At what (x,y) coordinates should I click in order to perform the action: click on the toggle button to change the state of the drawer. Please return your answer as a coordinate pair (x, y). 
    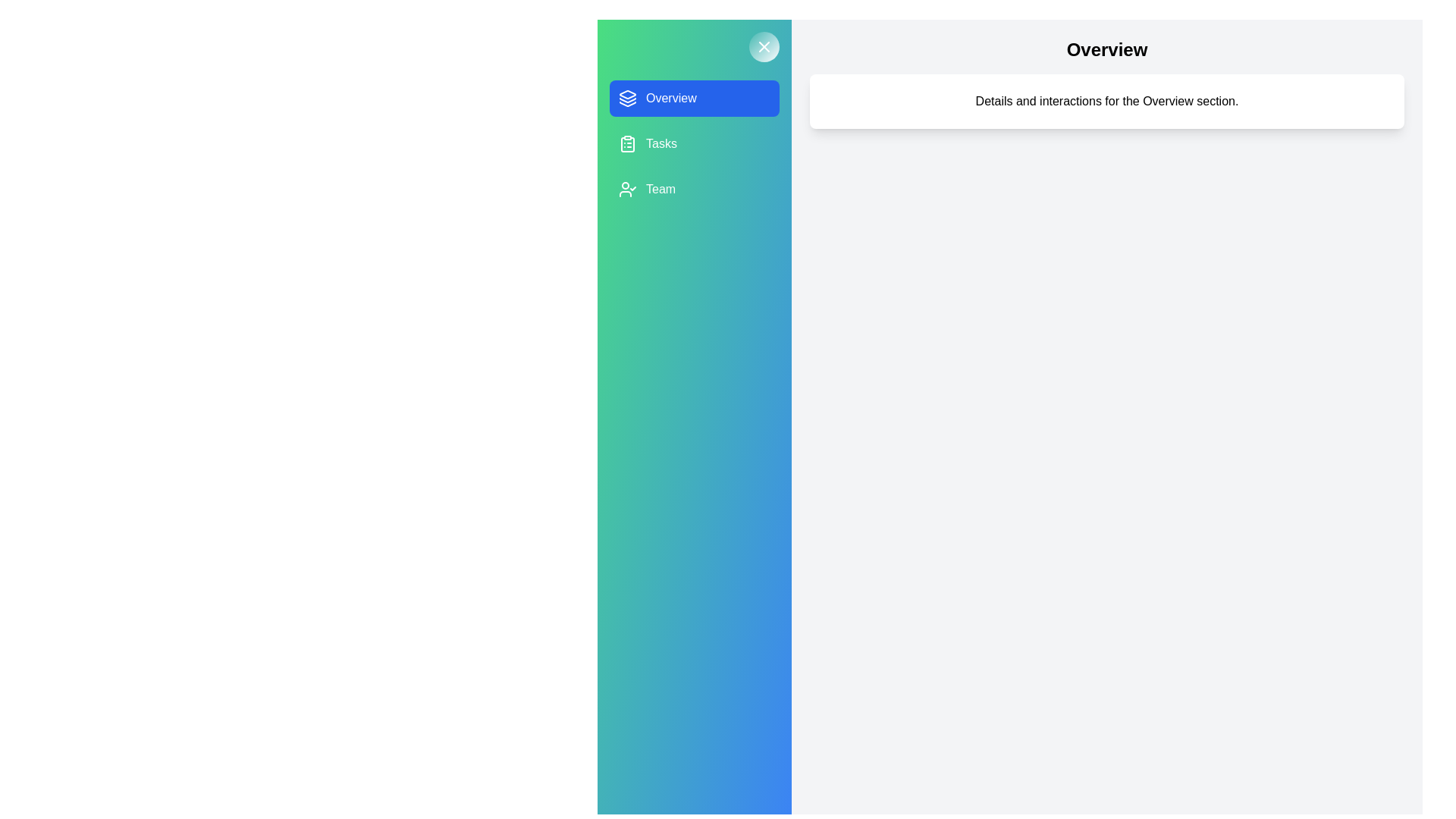
    Looking at the image, I should click on (764, 45).